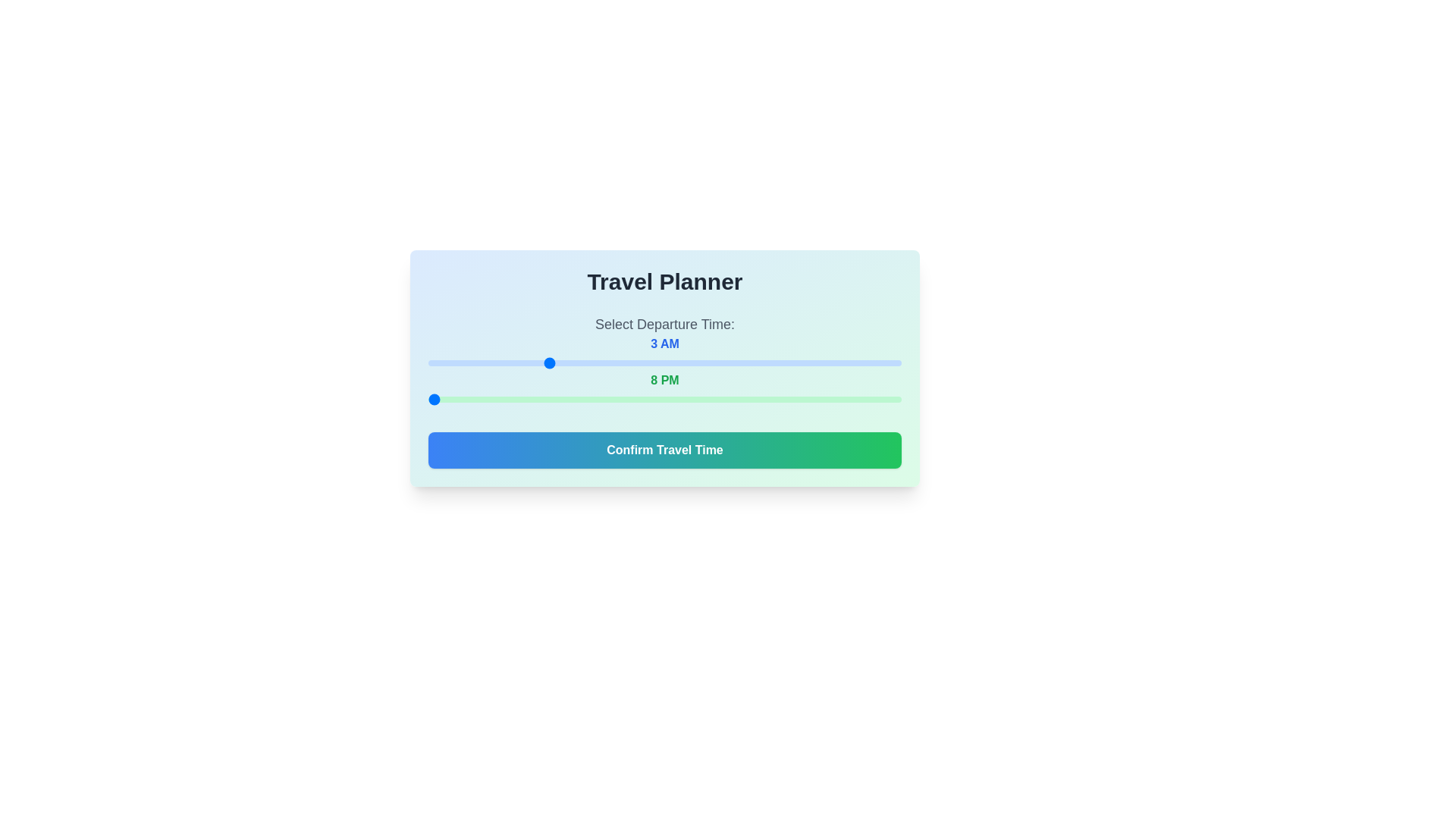  I want to click on the slider value, so click(783, 399).